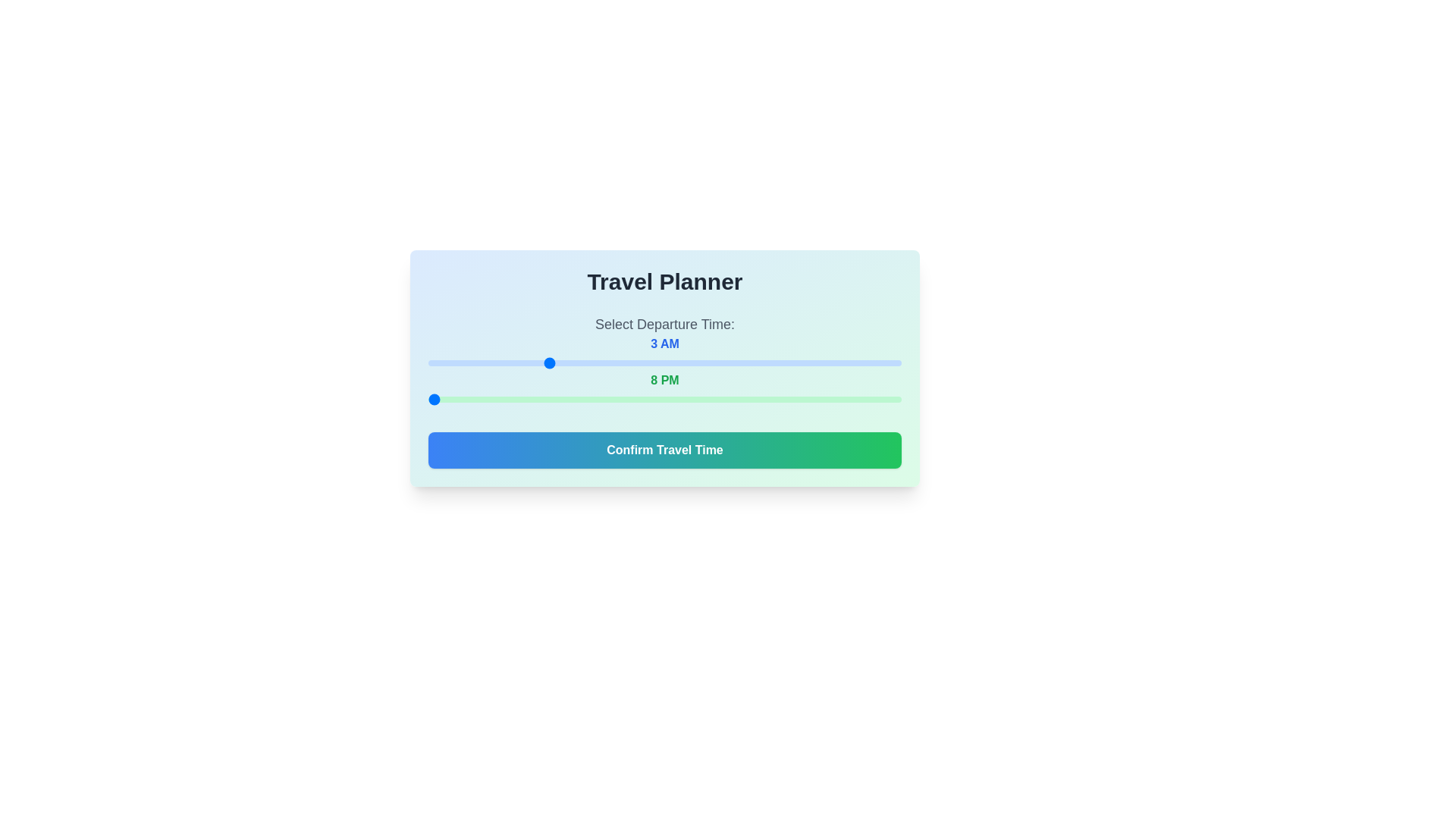  I want to click on the slider value, so click(783, 399).